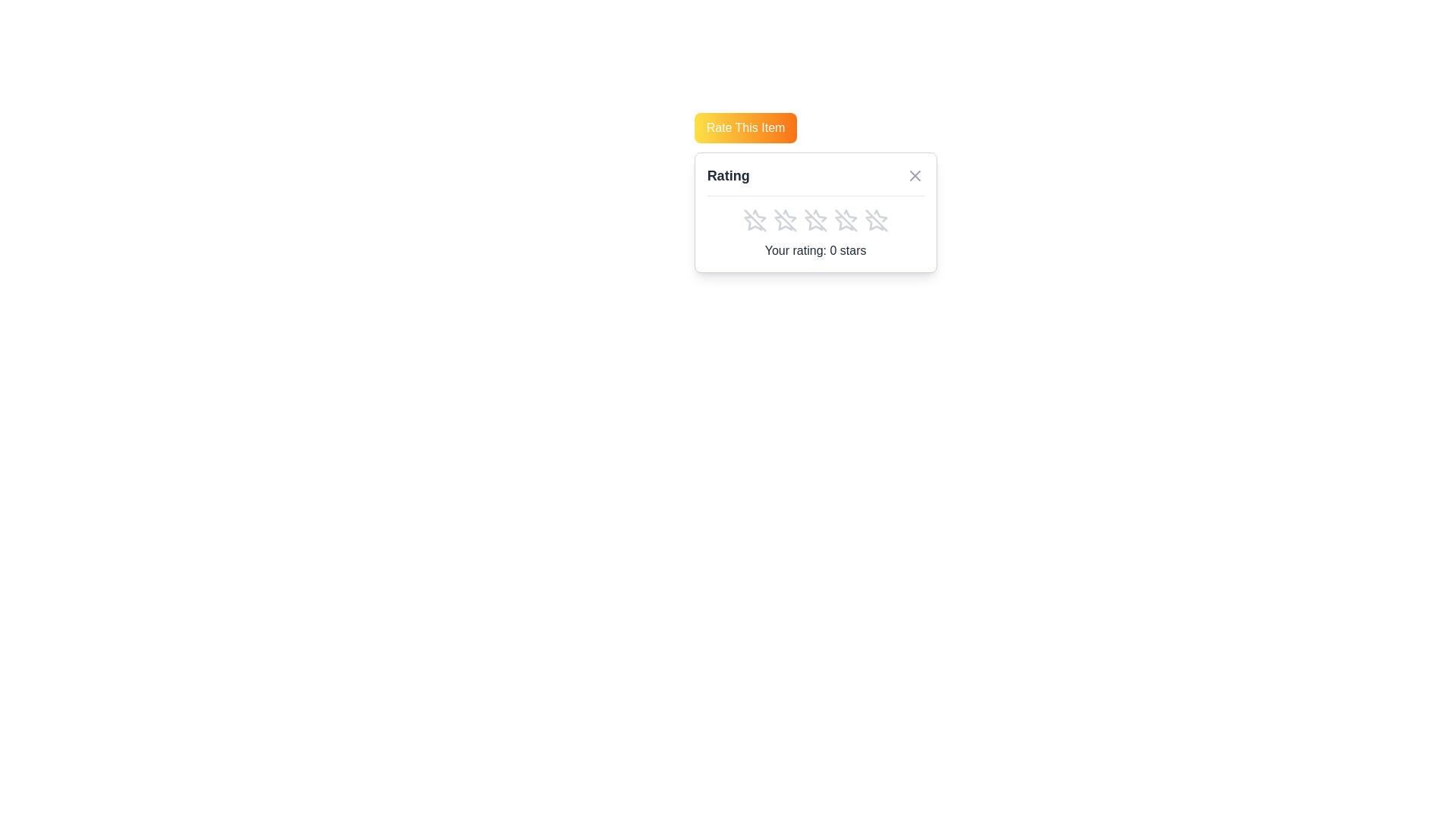 The height and width of the screenshot is (819, 1456). I want to click on the fifth star in the rating section, so click(845, 220).